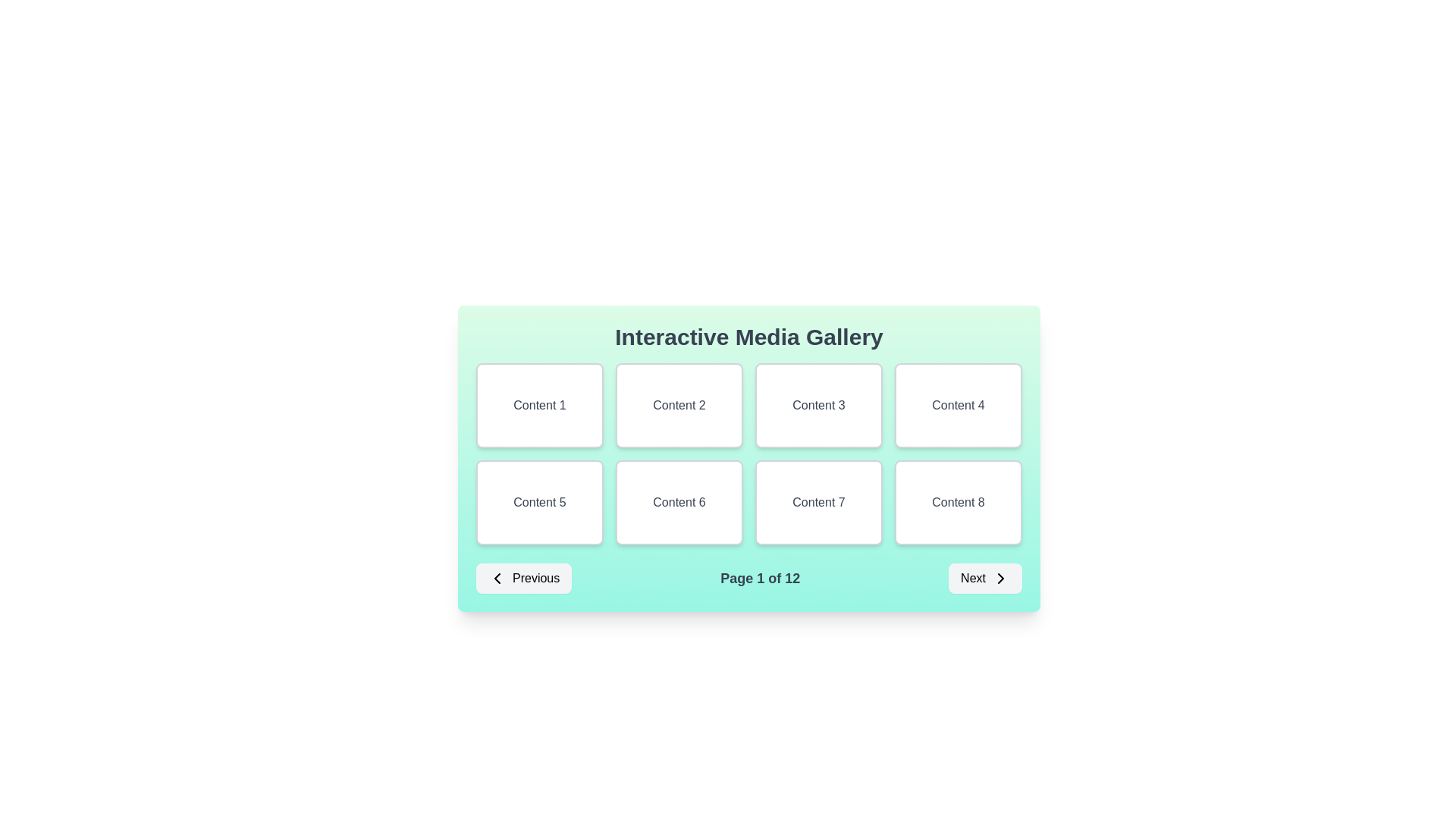 Image resolution: width=1456 pixels, height=819 pixels. Describe the element at coordinates (497, 579) in the screenshot. I see `the chevron icon located to the left of the 'Previous' button at the bottom-left corner of the interactive gallery interface` at that location.